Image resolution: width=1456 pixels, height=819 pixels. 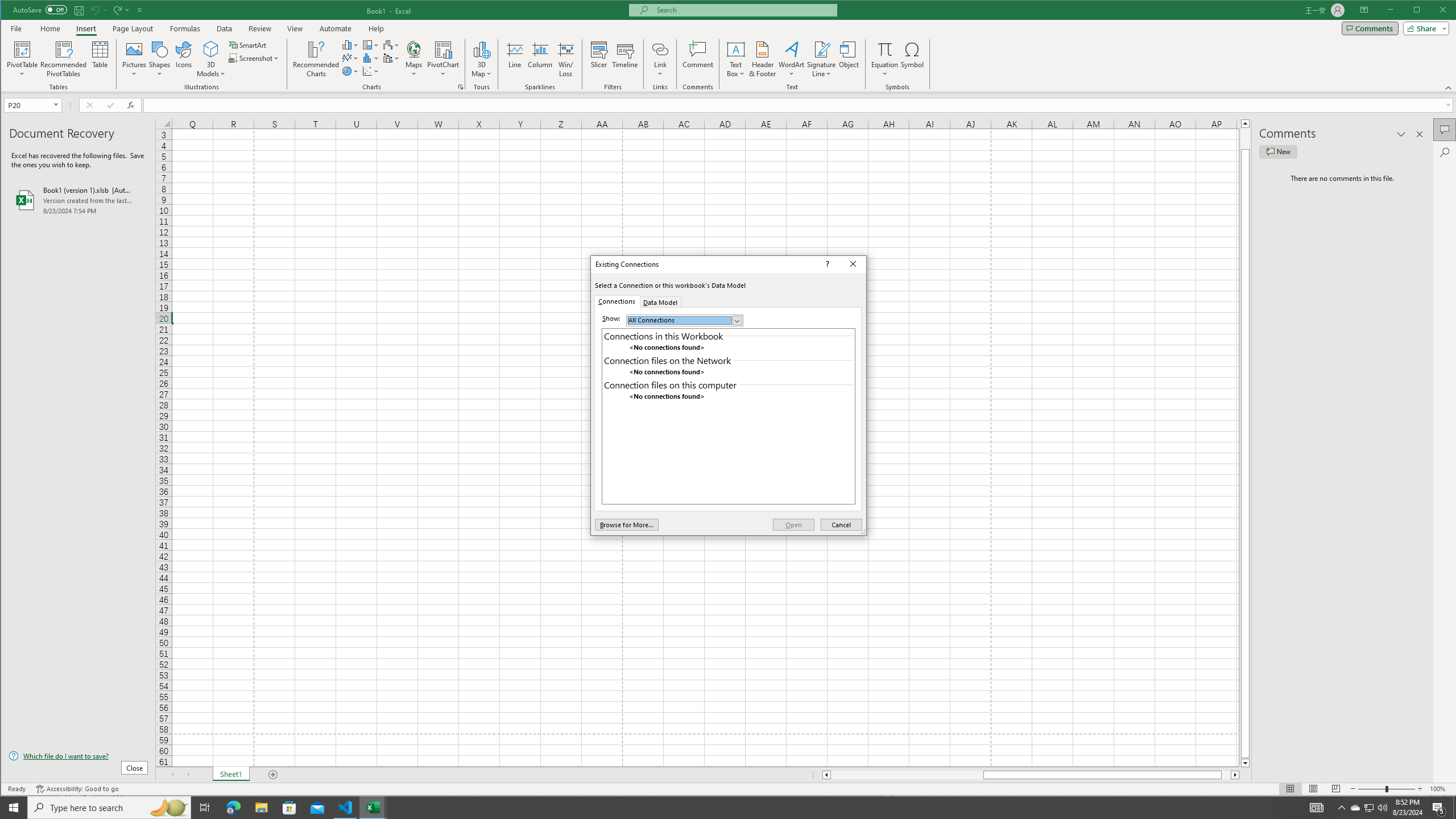 I want to click on 'Table', so click(x=100, y=59).